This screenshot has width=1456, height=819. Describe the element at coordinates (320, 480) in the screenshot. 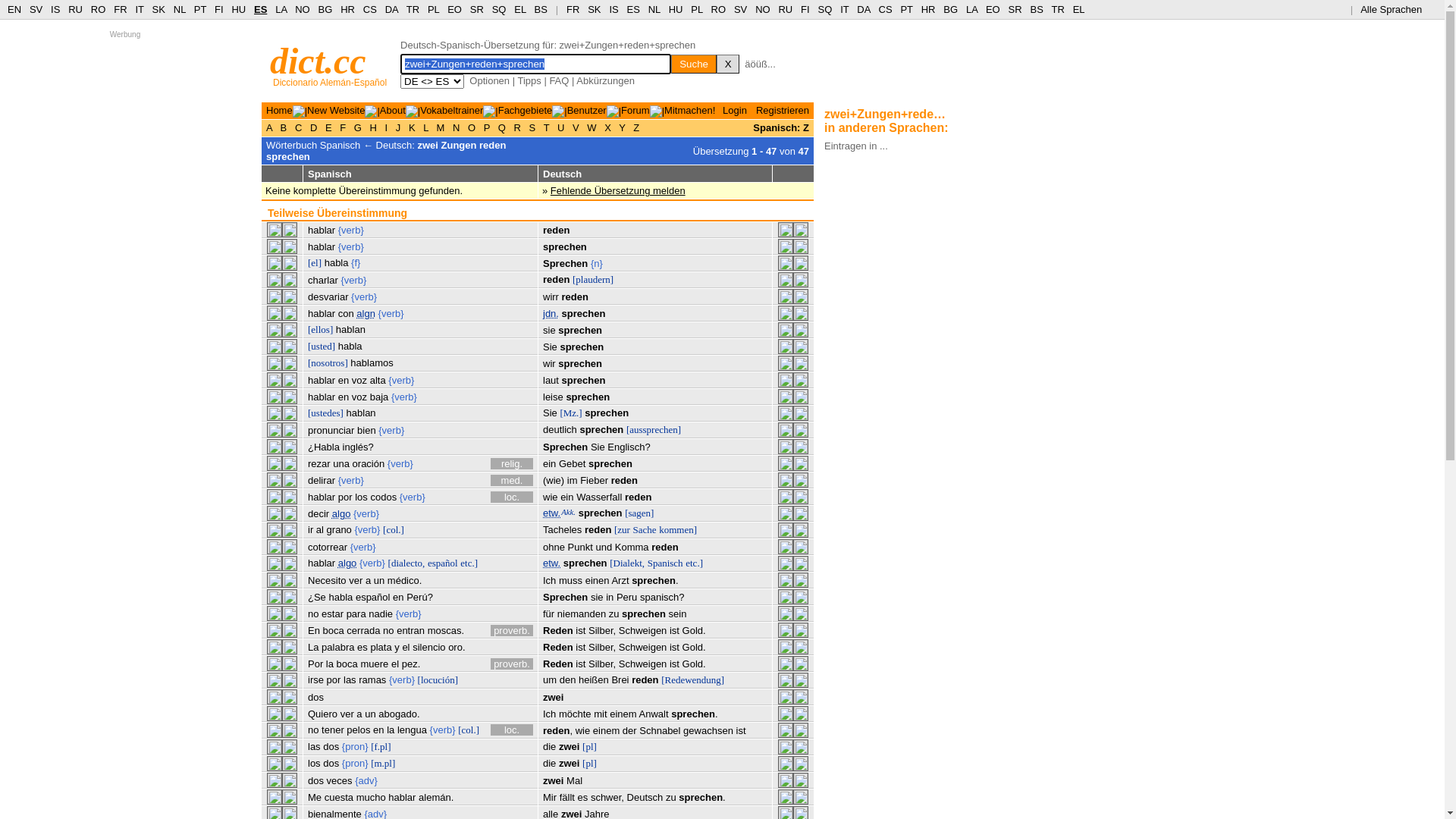

I see `'delirar'` at that location.